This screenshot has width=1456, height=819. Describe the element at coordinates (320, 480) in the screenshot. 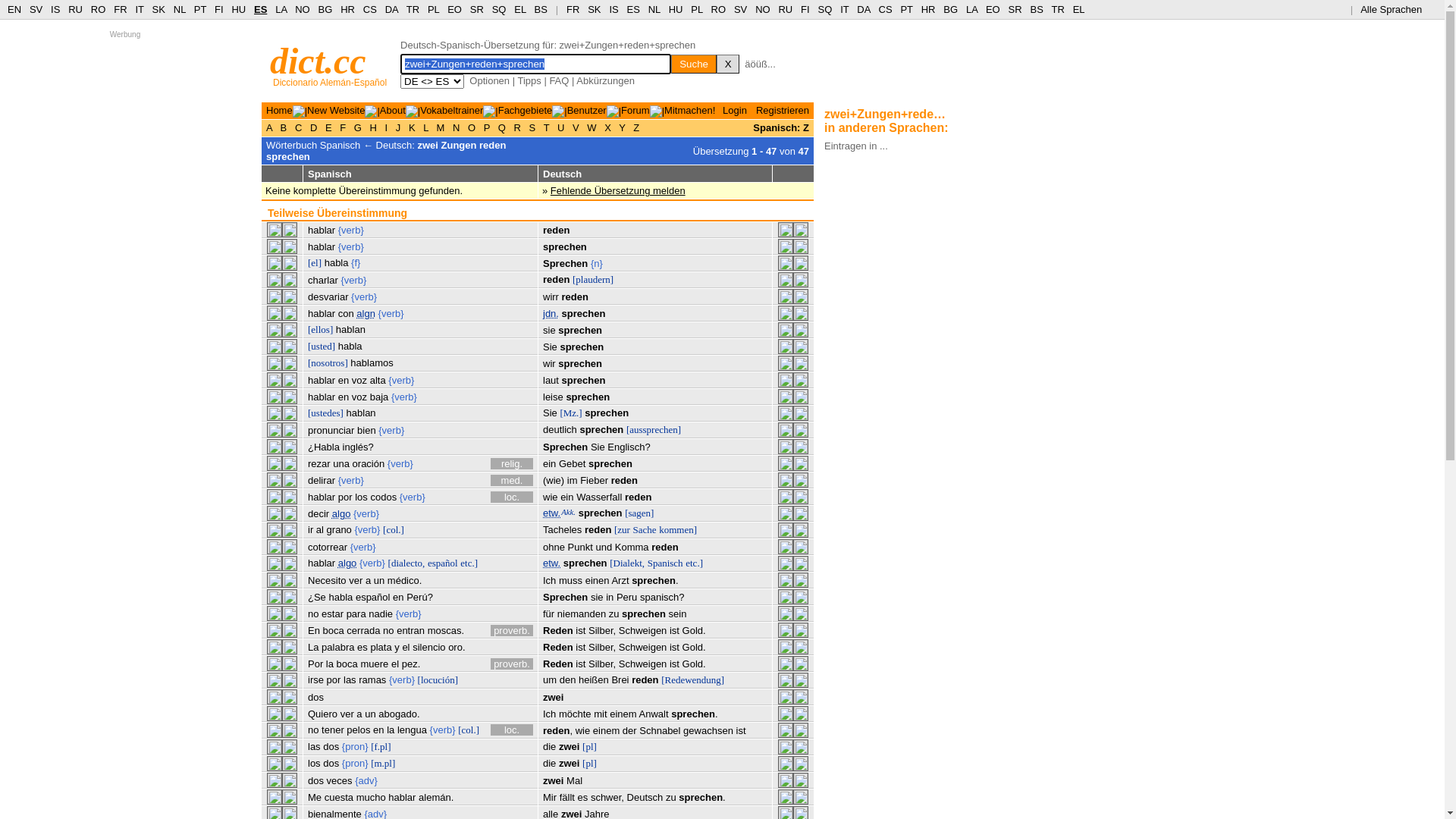

I see `'delirar'` at that location.